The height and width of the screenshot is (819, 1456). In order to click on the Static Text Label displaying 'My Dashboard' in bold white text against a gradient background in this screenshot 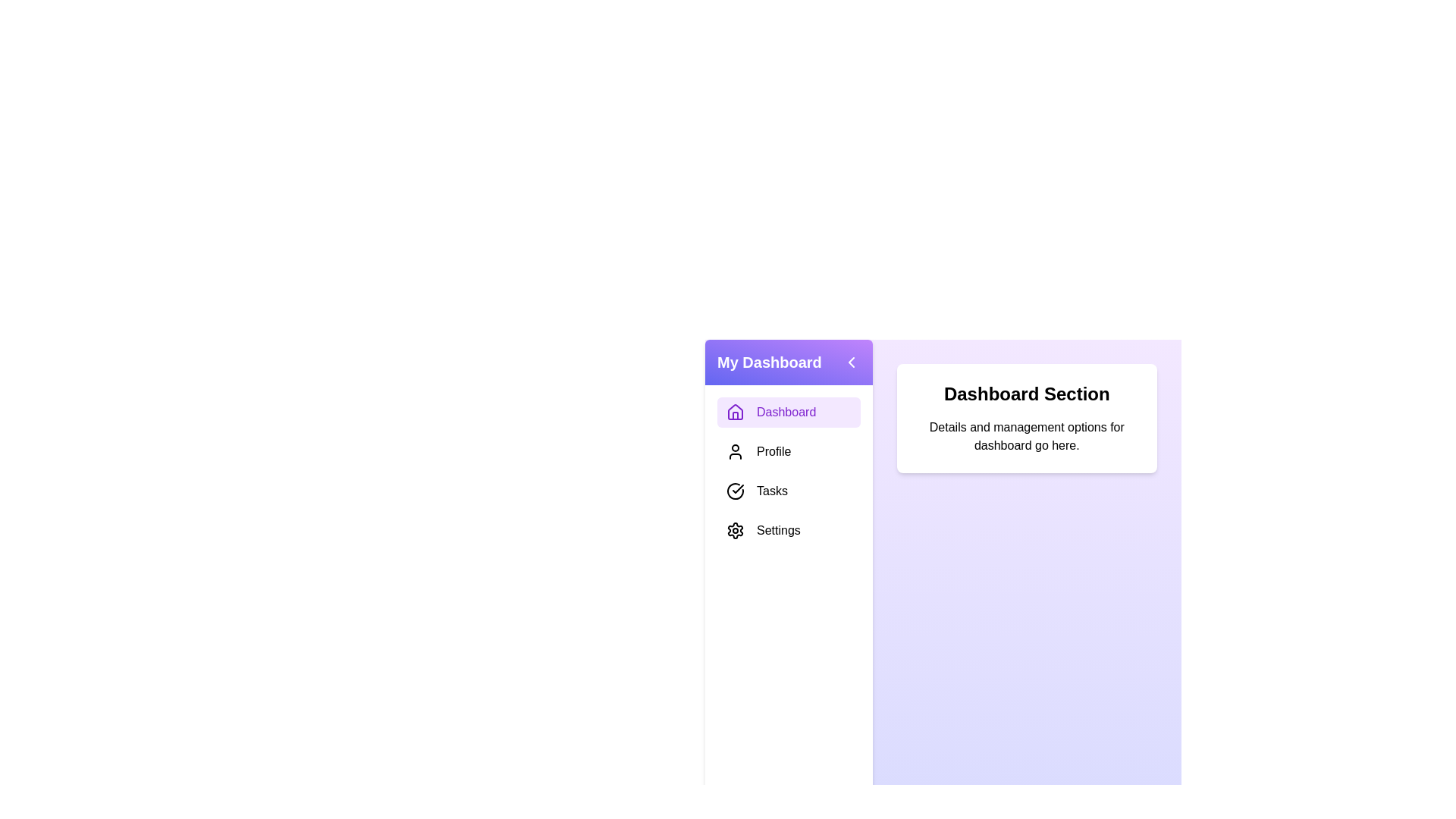, I will do `click(769, 362)`.